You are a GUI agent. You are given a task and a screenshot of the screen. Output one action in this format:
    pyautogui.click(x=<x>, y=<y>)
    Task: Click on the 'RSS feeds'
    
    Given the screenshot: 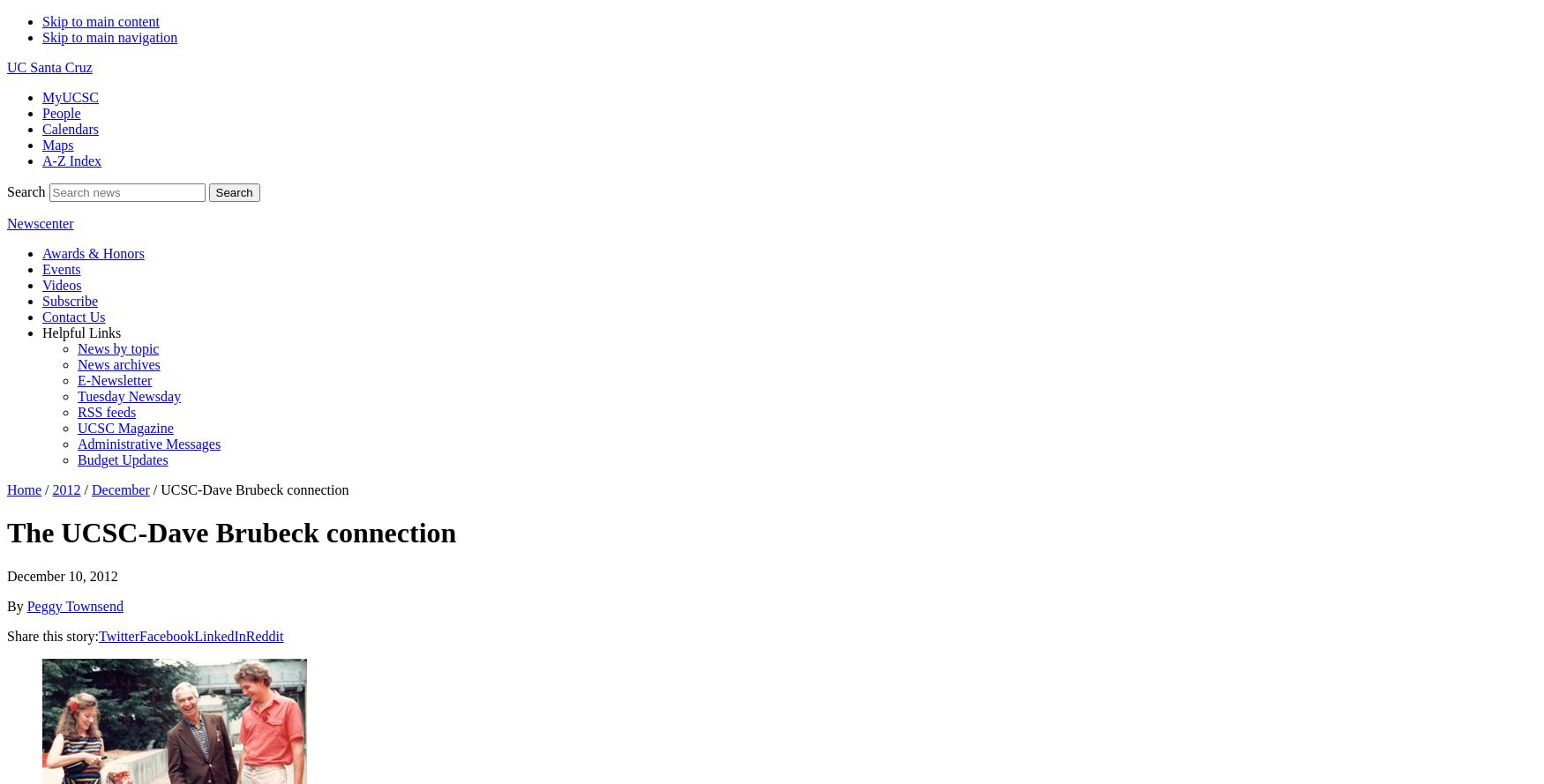 What is the action you would take?
    pyautogui.click(x=106, y=411)
    